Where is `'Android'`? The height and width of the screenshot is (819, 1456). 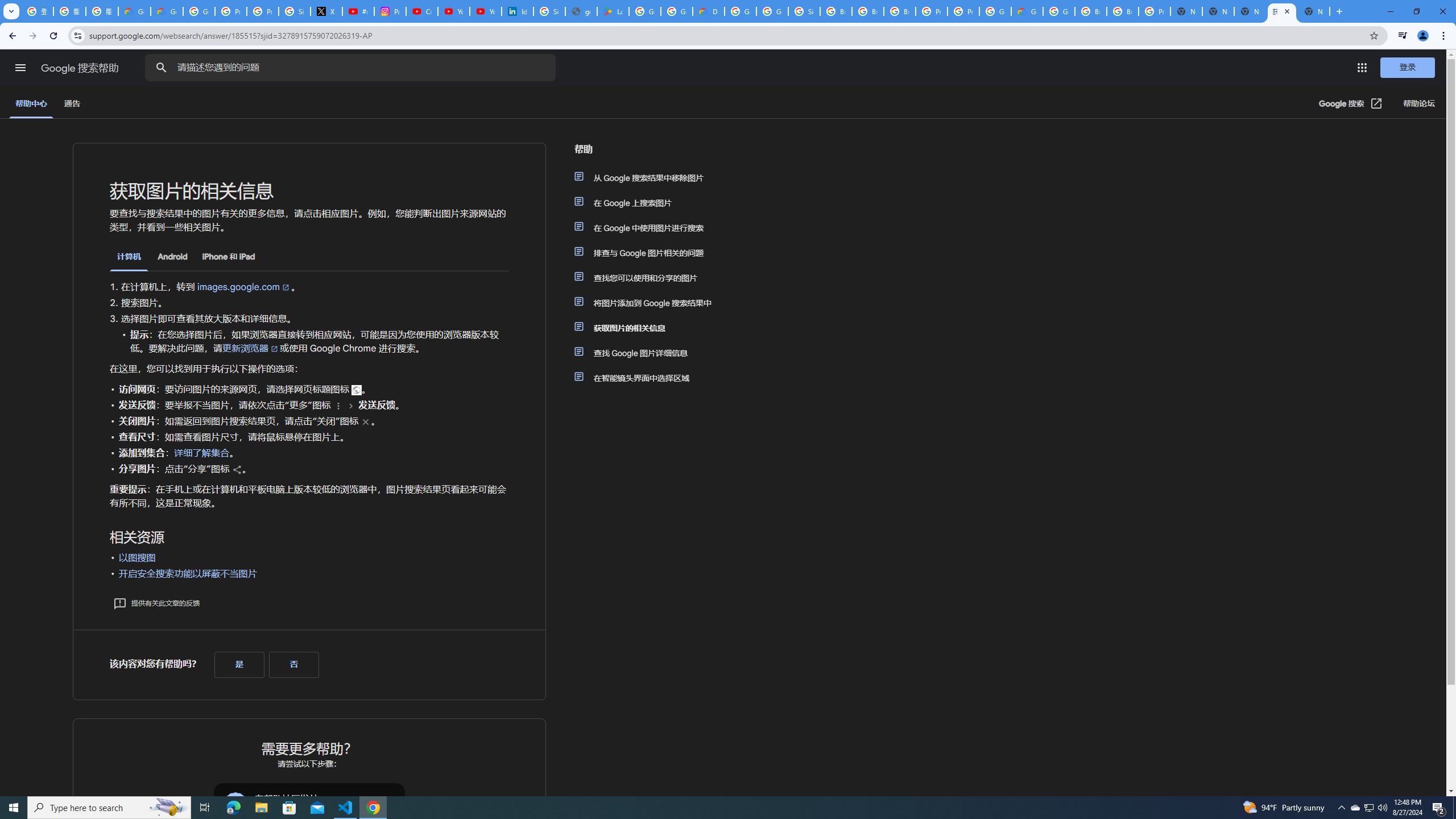 'Android' is located at coordinates (172, 257).